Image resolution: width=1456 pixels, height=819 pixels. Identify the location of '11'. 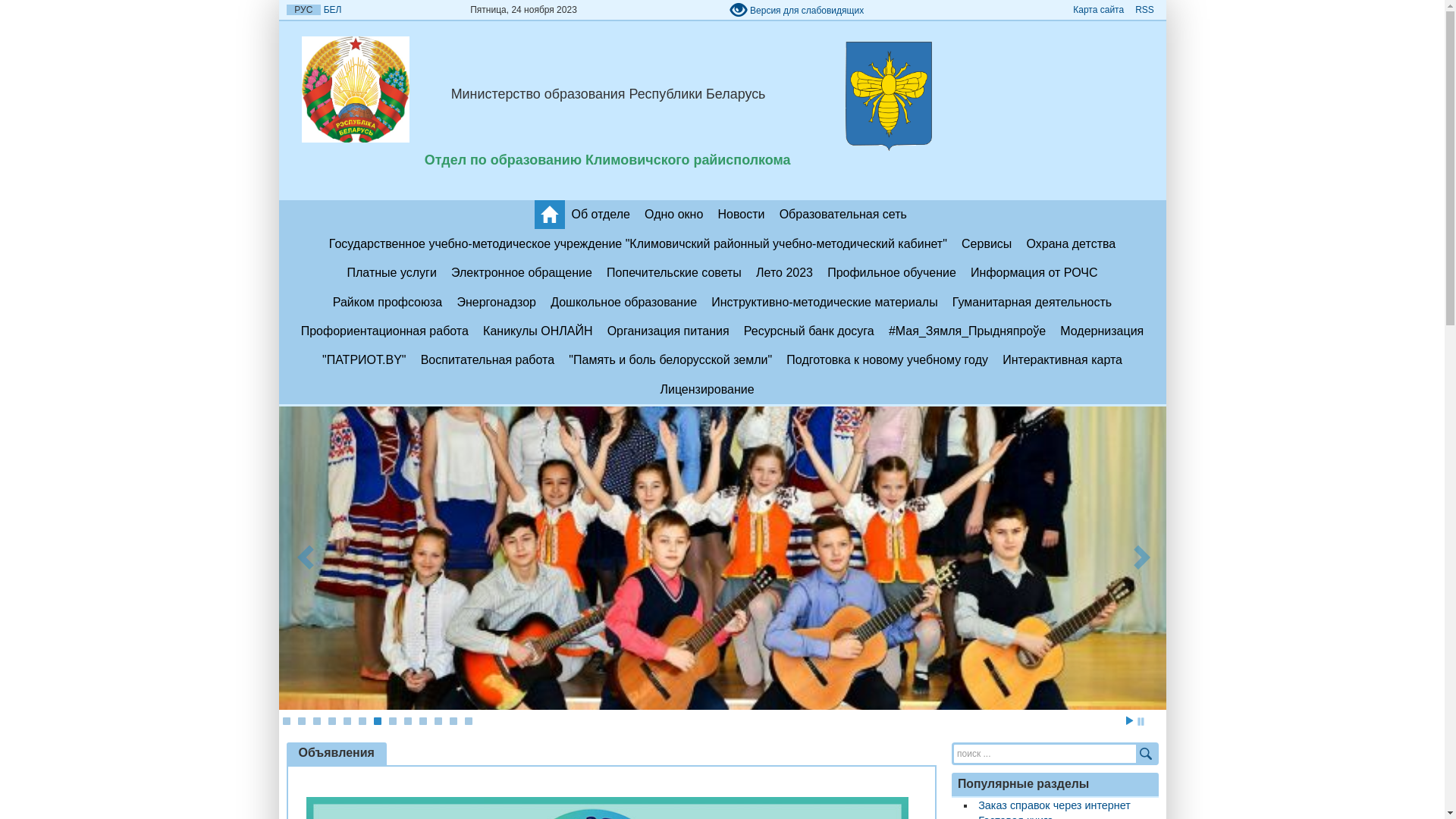
(436, 720).